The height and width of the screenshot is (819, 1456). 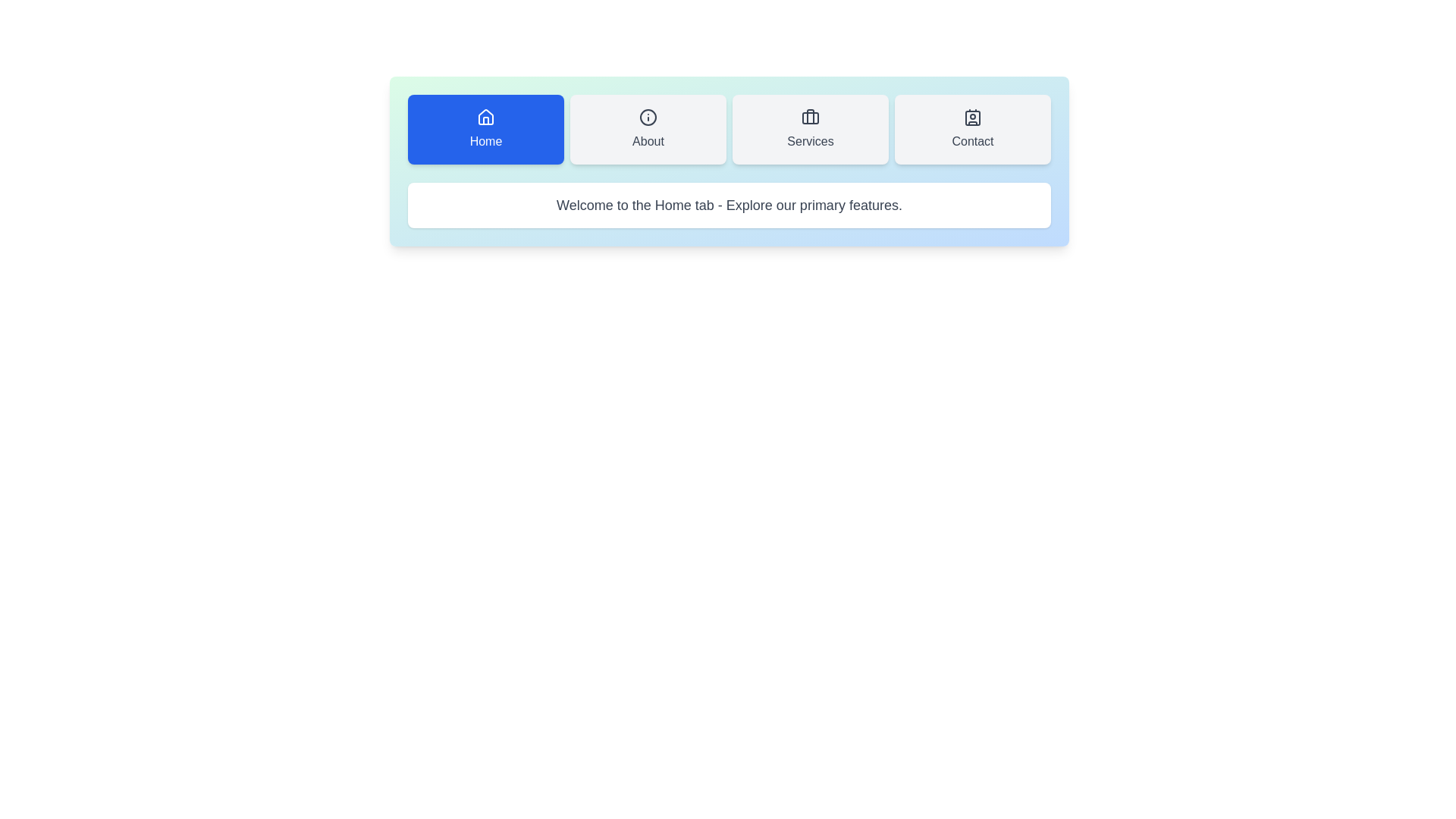 What do you see at coordinates (729, 205) in the screenshot?
I see `welcoming message and brief instructions displayed in the centrally aligned text block beneath the 'Home' navigation tab` at bounding box center [729, 205].